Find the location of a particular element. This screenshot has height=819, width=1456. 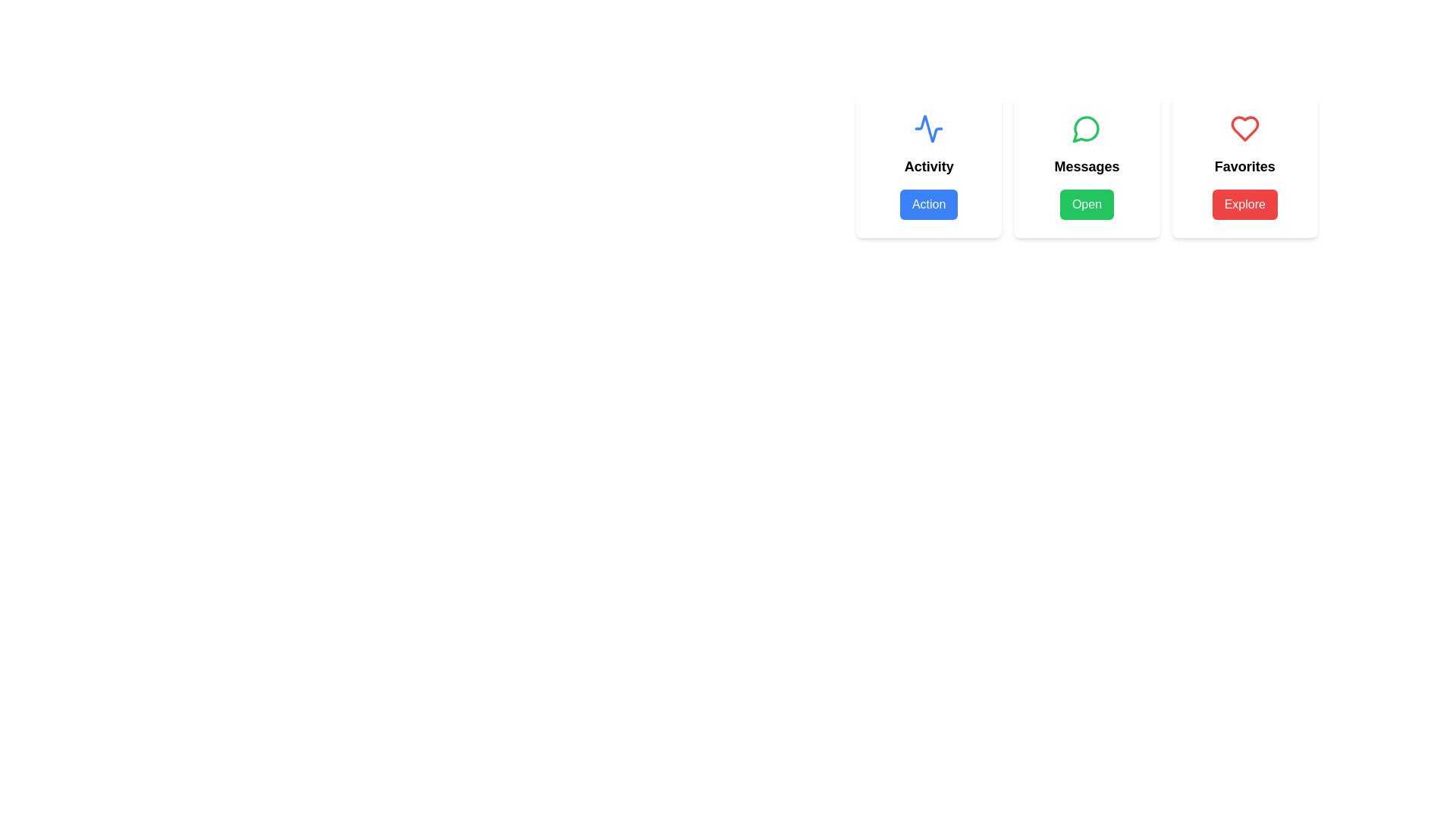

the sharp, stylized blue wave icon that is enclosed within a square frame and positioned above the label 'Activity' is located at coordinates (928, 127).